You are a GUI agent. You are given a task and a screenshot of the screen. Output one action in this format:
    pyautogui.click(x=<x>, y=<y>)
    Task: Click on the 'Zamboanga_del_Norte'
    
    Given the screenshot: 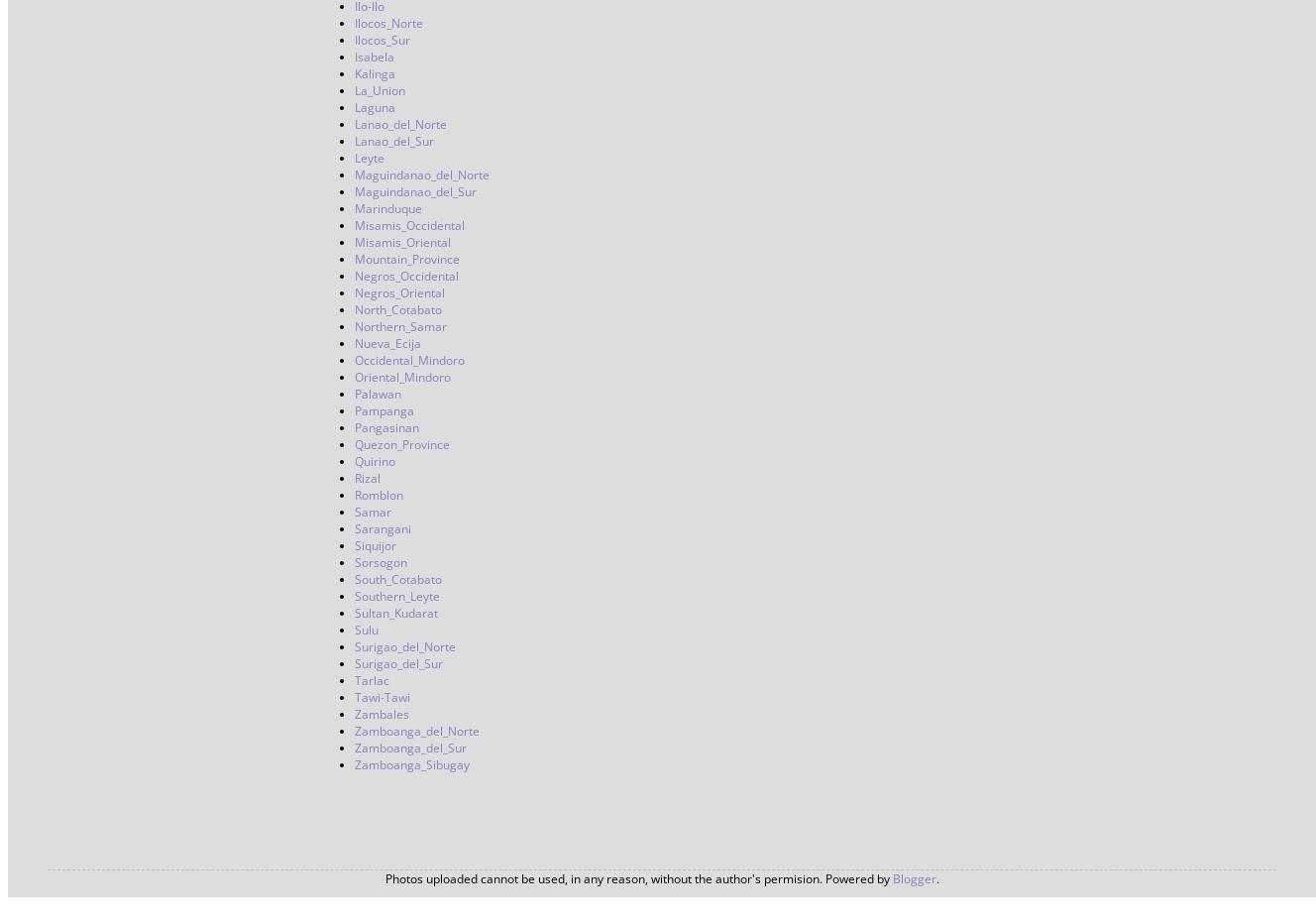 What is the action you would take?
    pyautogui.click(x=416, y=730)
    